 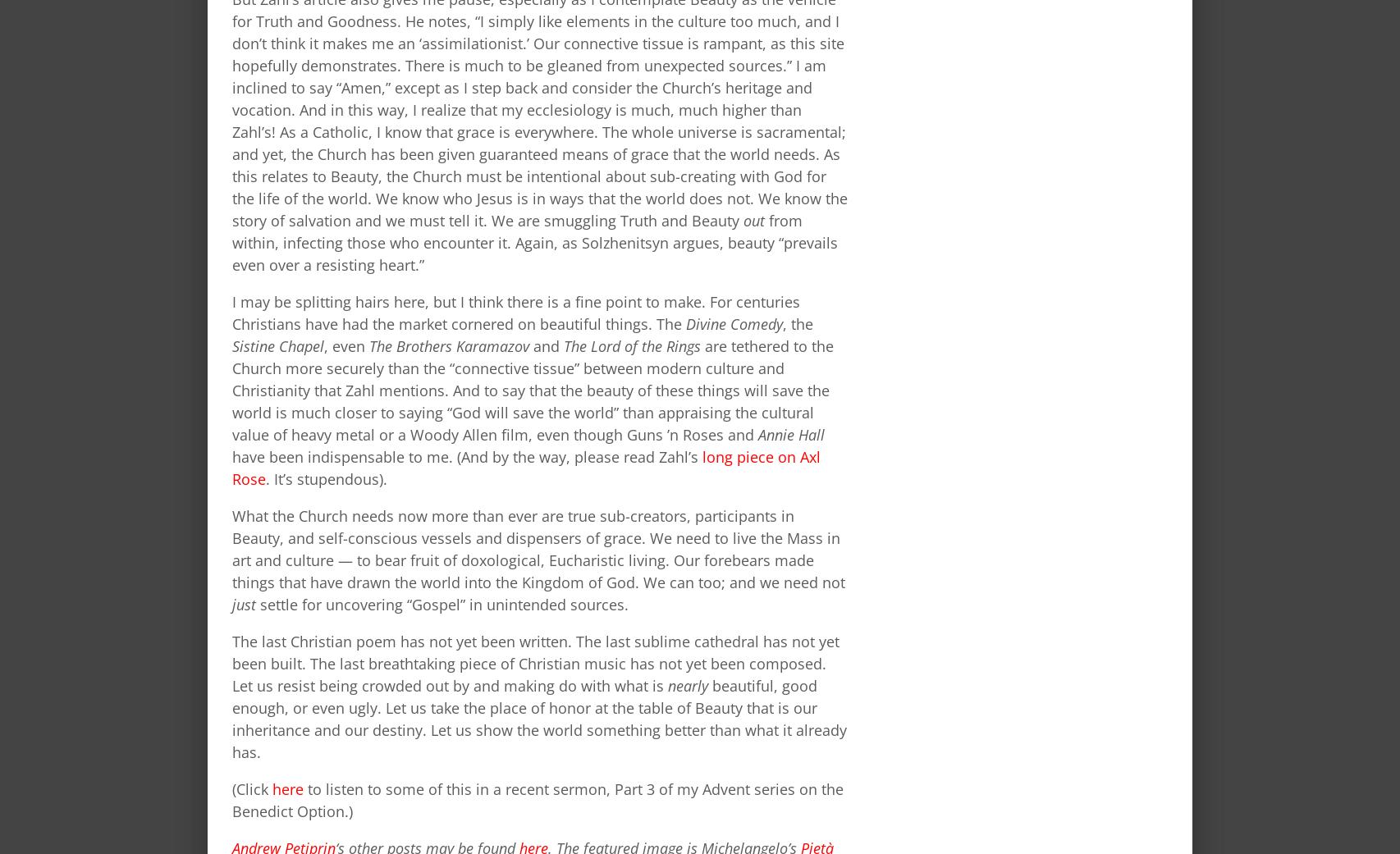 What do you see at coordinates (380, 344) in the screenshot?
I see `'The'` at bounding box center [380, 344].